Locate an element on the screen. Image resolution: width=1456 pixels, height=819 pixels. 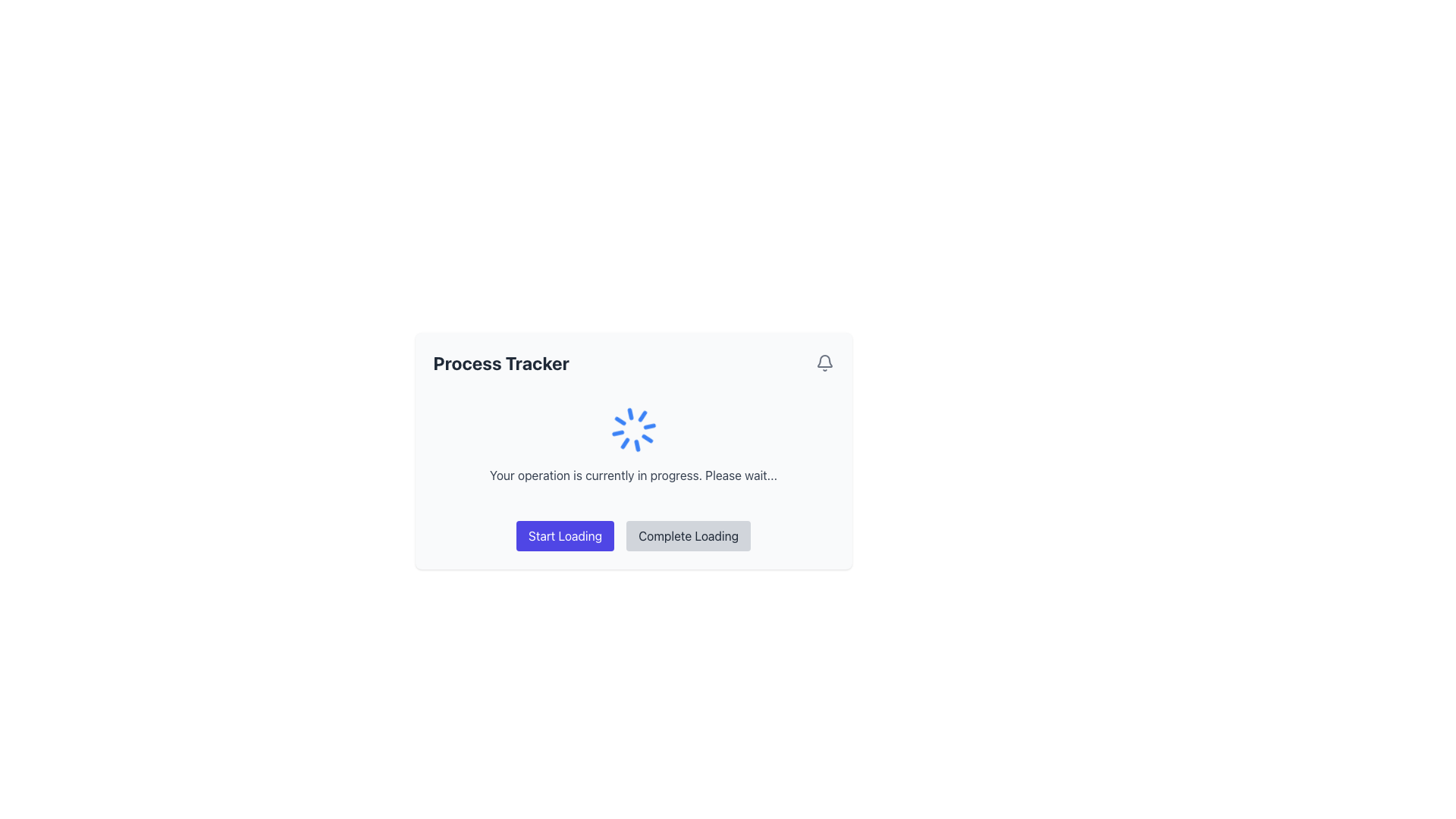
the rectangular button with a purple background and white 'Start Loading' text to initiate the loading operation is located at coordinates (564, 535).